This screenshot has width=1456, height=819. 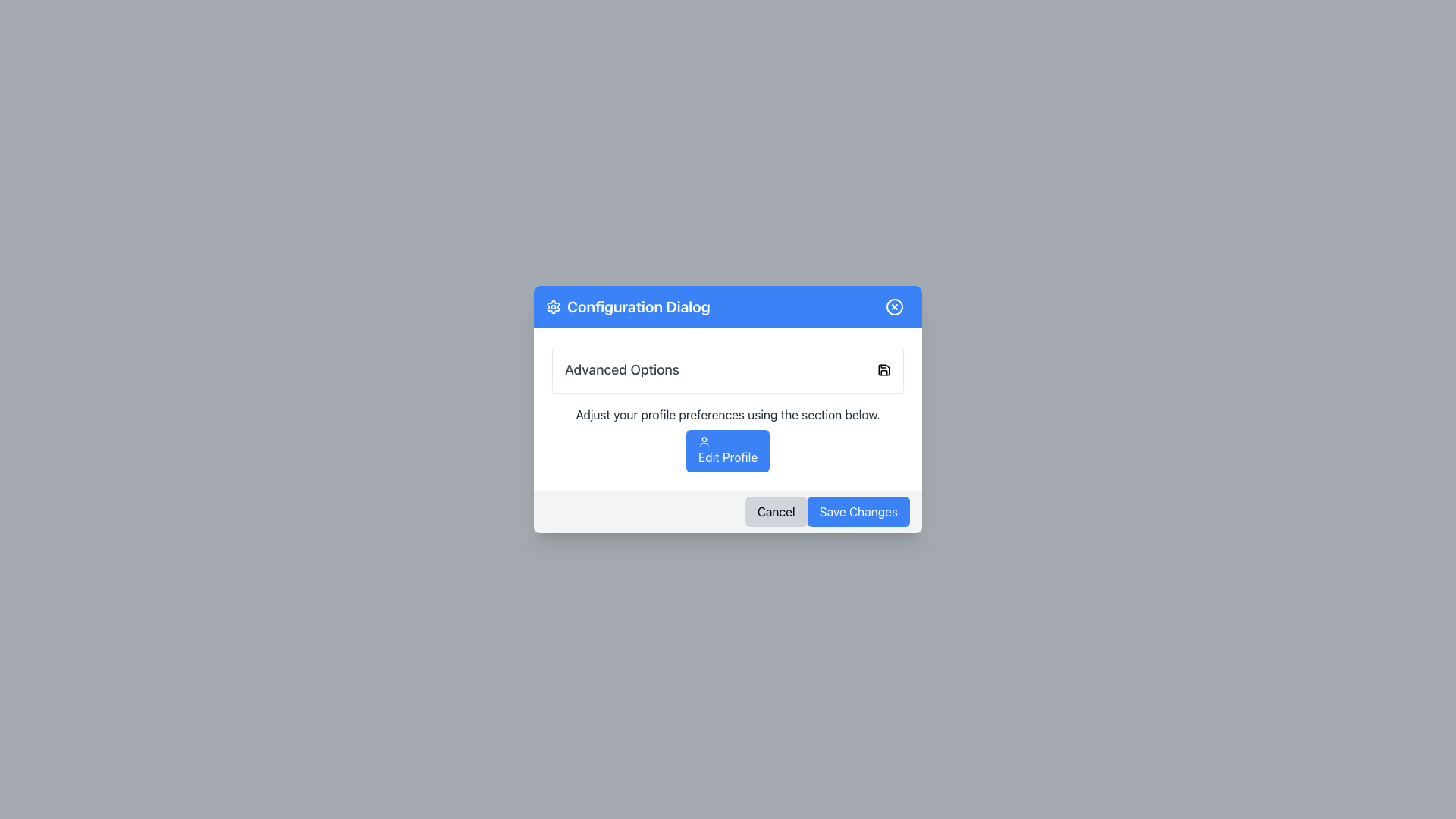 I want to click on the 'Edit Profile' button located within the 'Configuration Dialog' below the 'Advanced Options' section to initiate the profile editing process, so click(x=728, y=438).